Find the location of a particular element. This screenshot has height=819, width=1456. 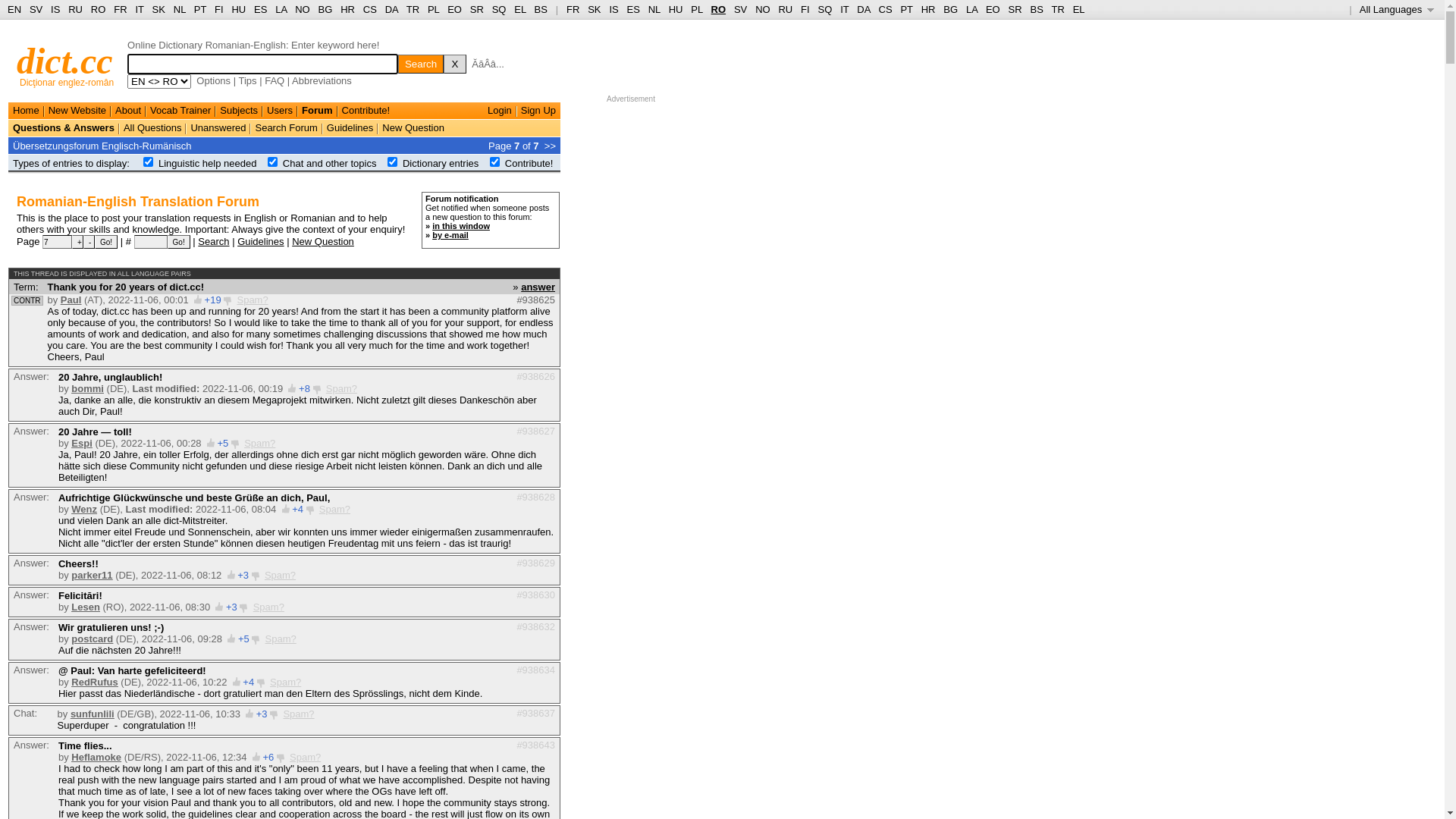

'#938626' is located at coordinates (535, 375).